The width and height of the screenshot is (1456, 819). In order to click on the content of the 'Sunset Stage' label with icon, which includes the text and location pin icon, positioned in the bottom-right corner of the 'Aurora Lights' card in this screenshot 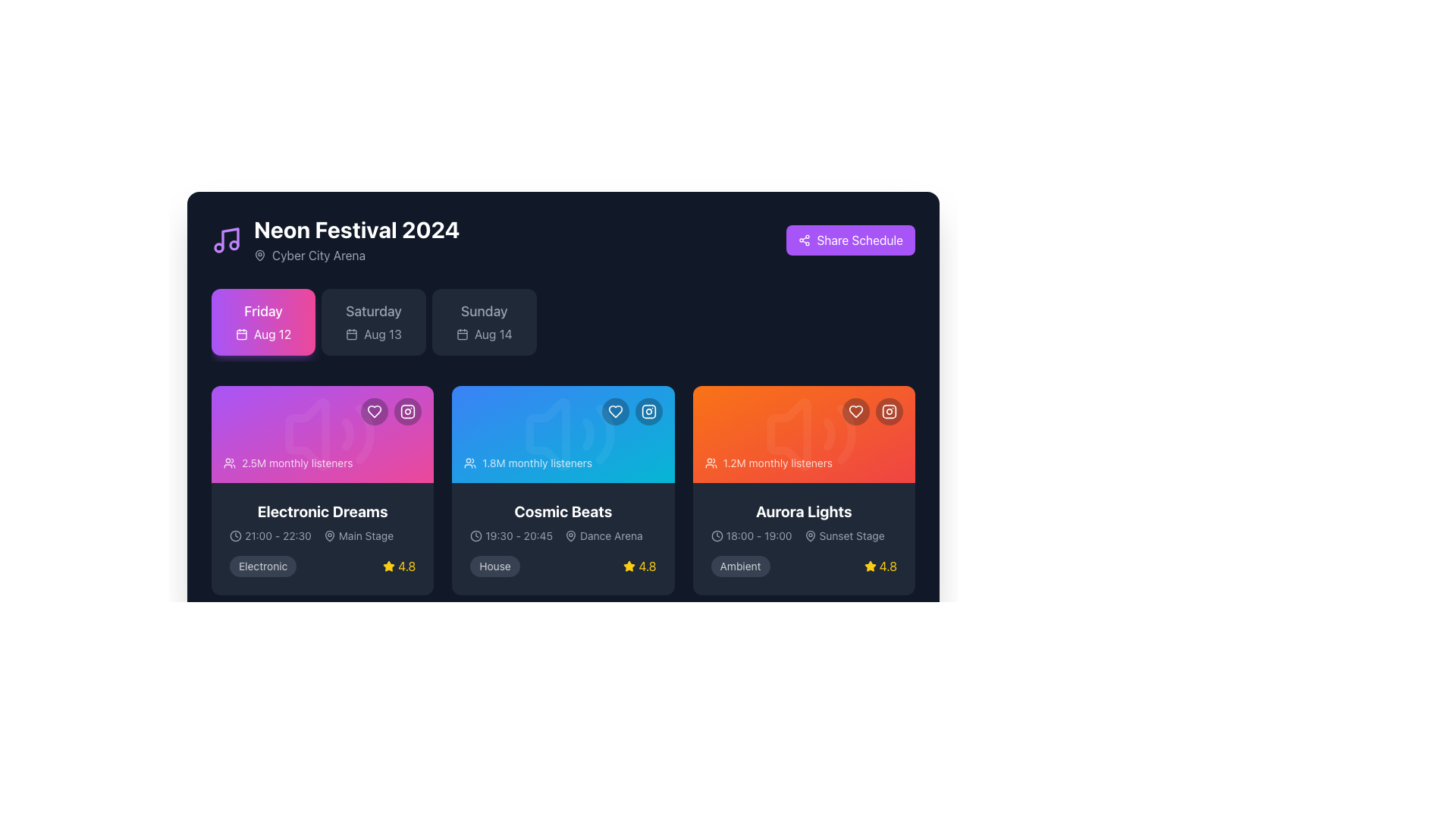, I will do `click(843, 535)`.